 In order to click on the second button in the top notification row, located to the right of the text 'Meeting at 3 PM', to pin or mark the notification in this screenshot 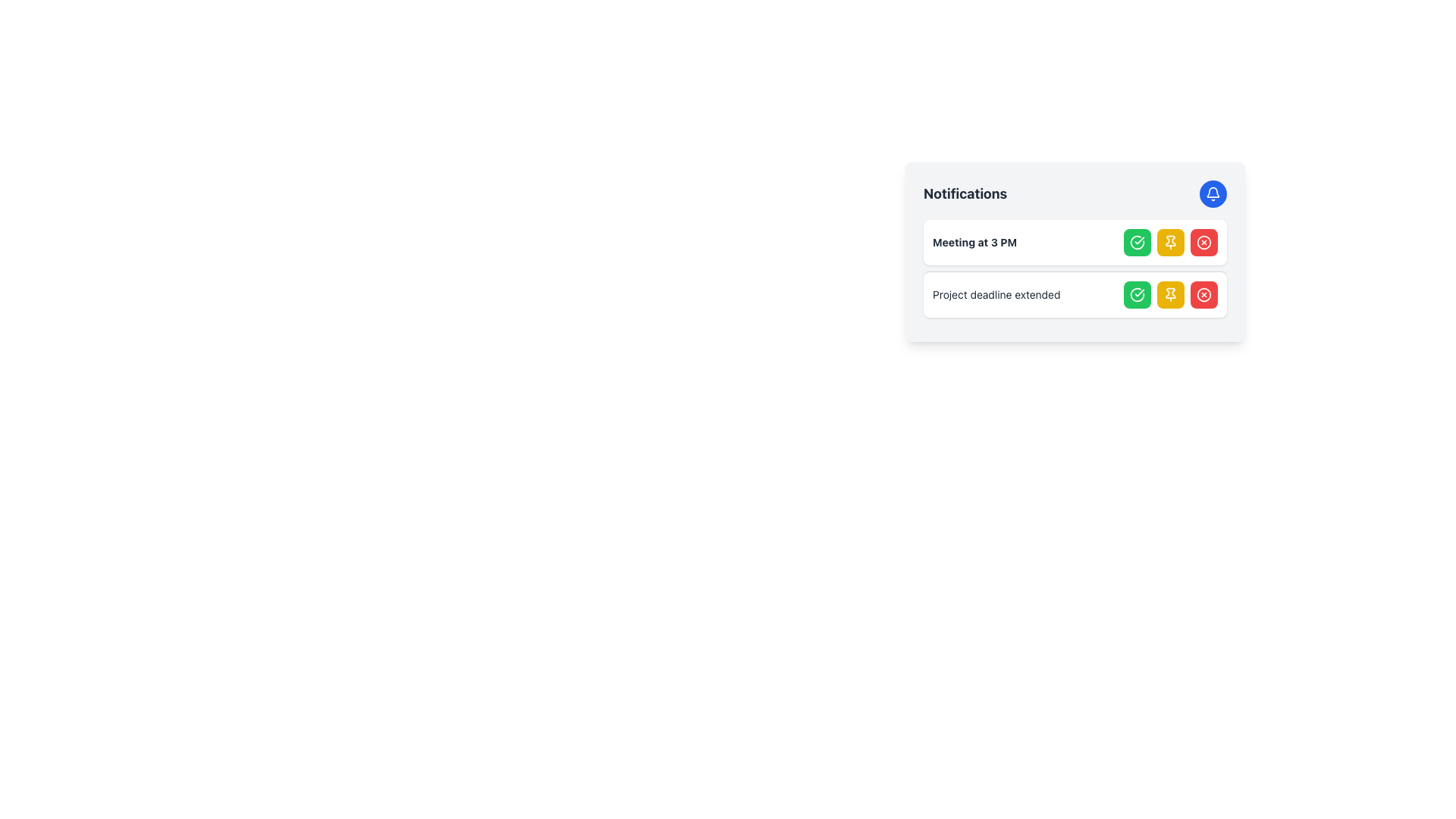, I will do `click(1170, 242)`.